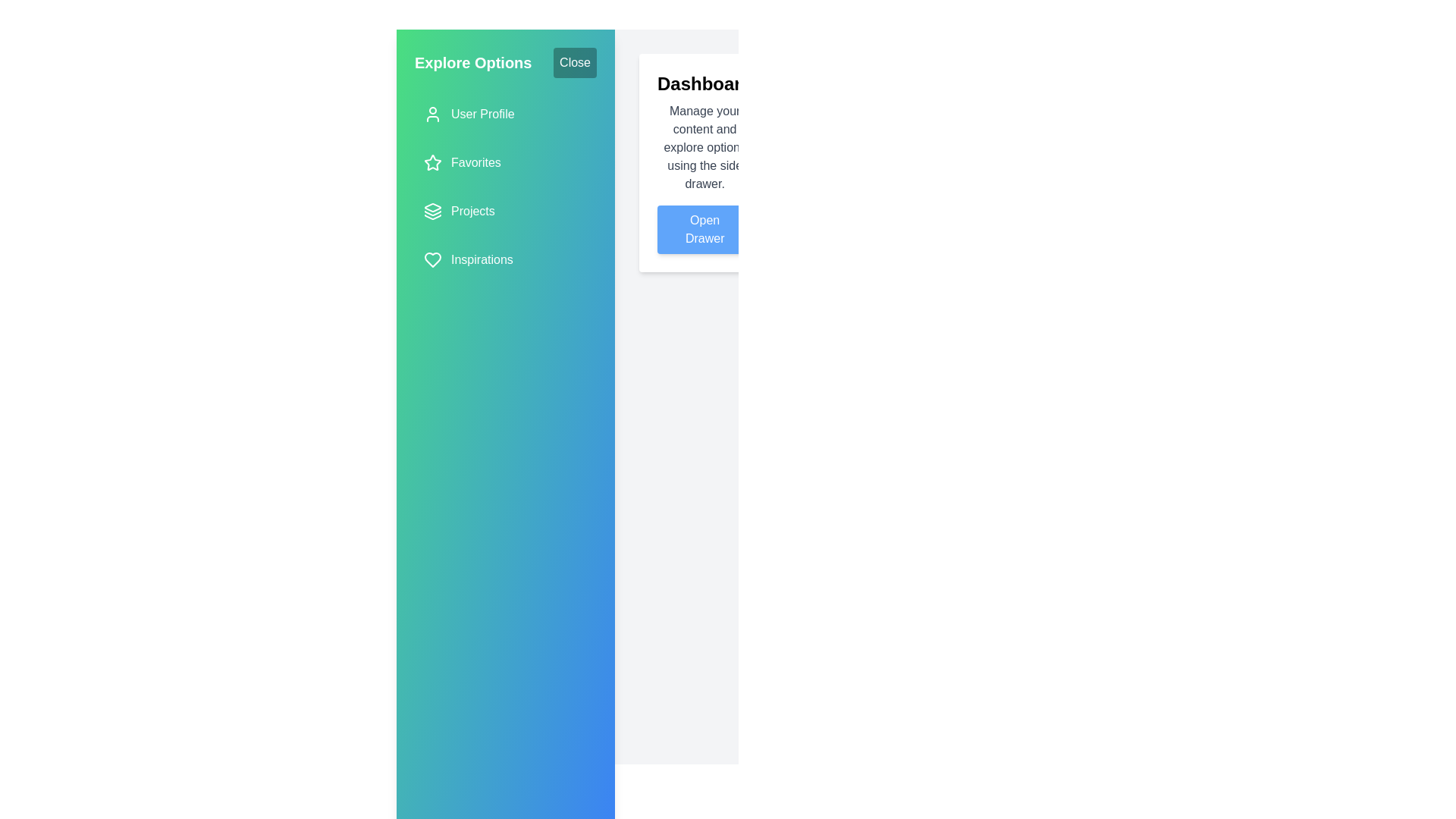  Describe the element at coordinates (506, 113) in the screenshot. I see `the navigation item User Profile from the drawer` at that location.